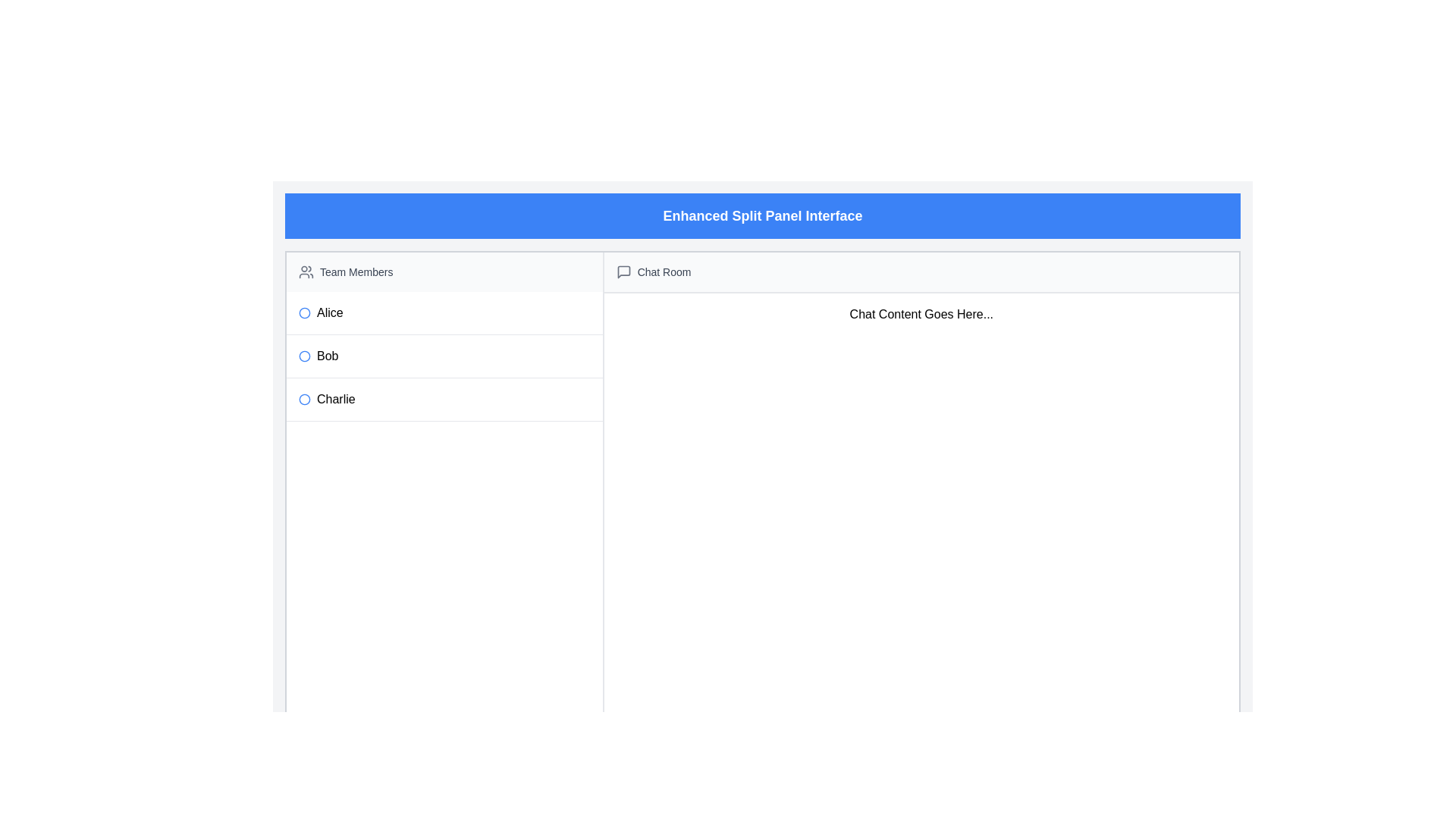  What do you see at coordinates (443, 356) in the screenshot?
I see `the list item displaying the name 'Bob'` at bounding box center [443, 356].